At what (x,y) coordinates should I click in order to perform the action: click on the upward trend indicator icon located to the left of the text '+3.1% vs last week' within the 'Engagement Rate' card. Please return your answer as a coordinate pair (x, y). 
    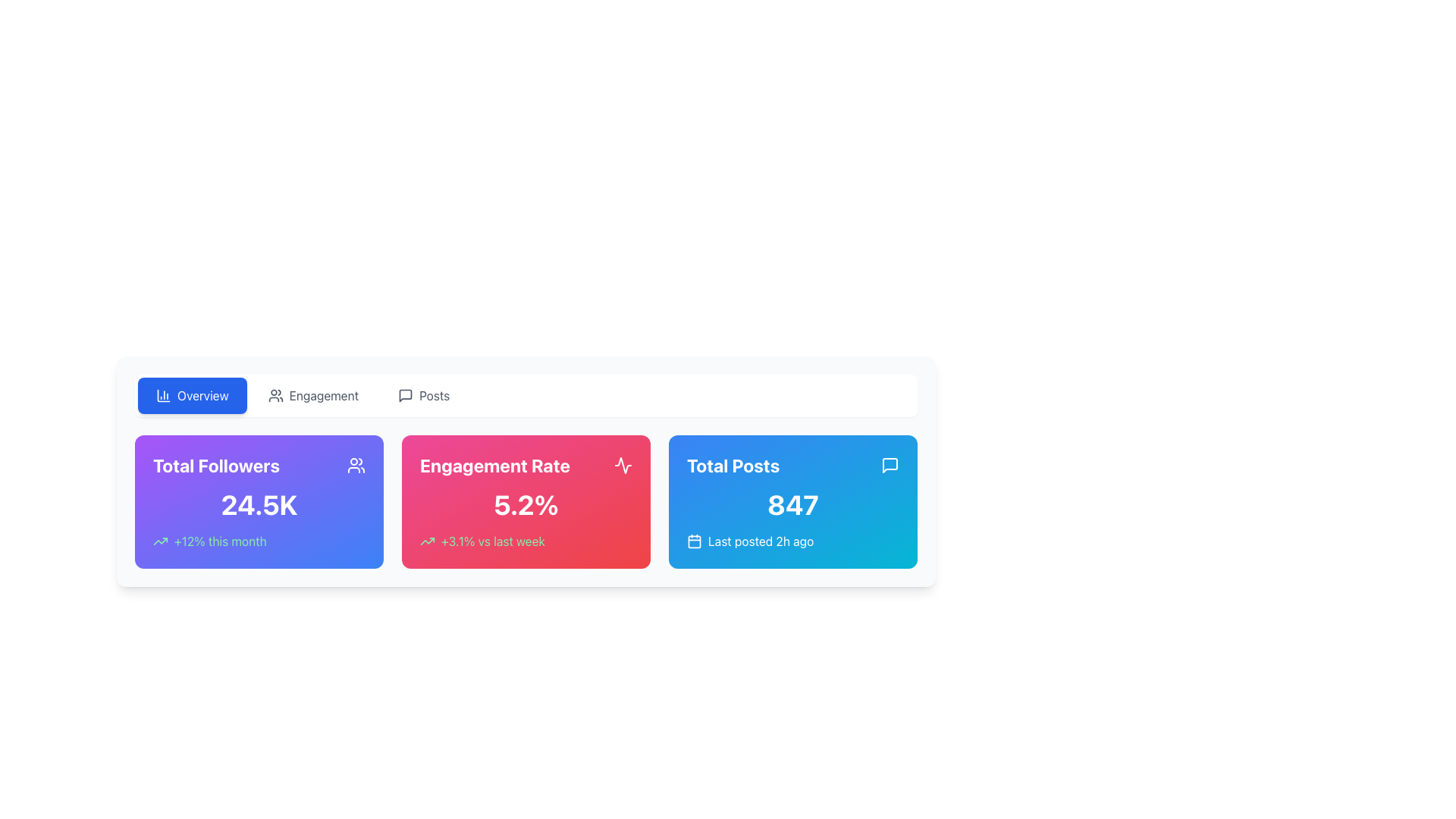
    Looking at the image, I should click on (427, 540).